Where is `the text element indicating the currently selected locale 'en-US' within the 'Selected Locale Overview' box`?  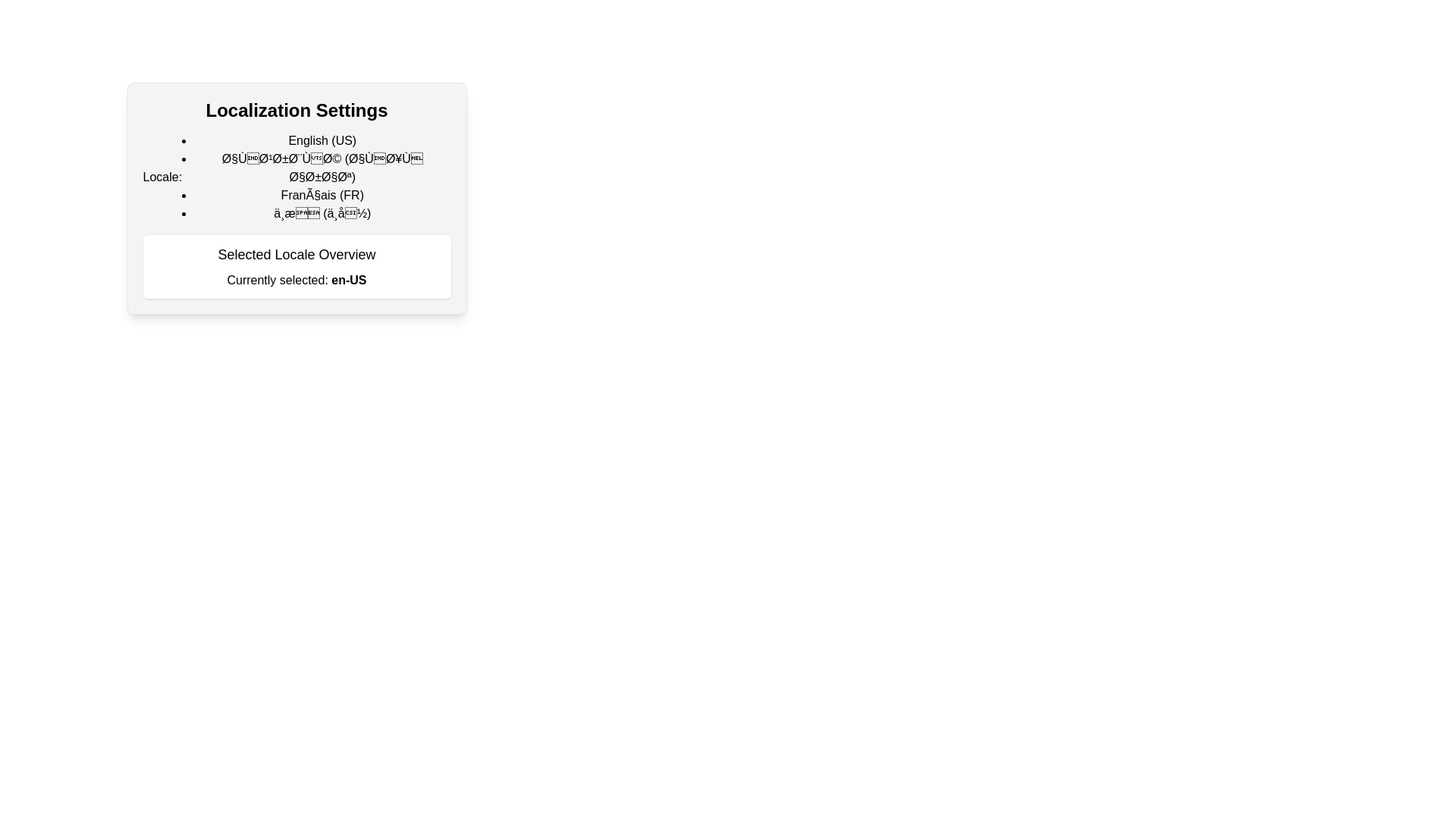
the text element indicating the currently selected locale 'en-US' within the 'Selected Locale Overview' box is located at coordinates (348, 280).